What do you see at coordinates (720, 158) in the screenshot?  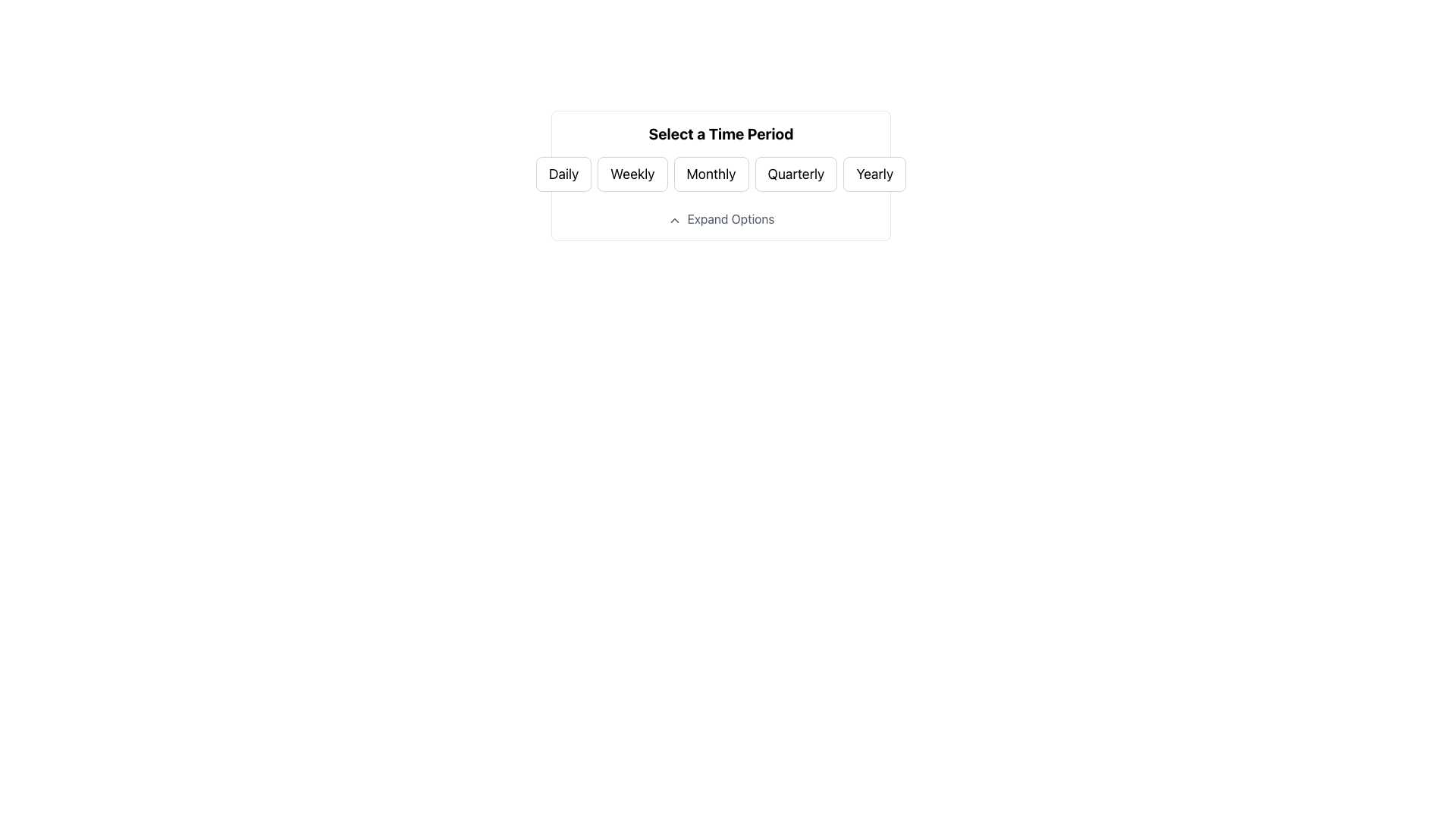 I see `any of the buttons in the 'Select a Time Period' control group` at bounding box center [720, 158].